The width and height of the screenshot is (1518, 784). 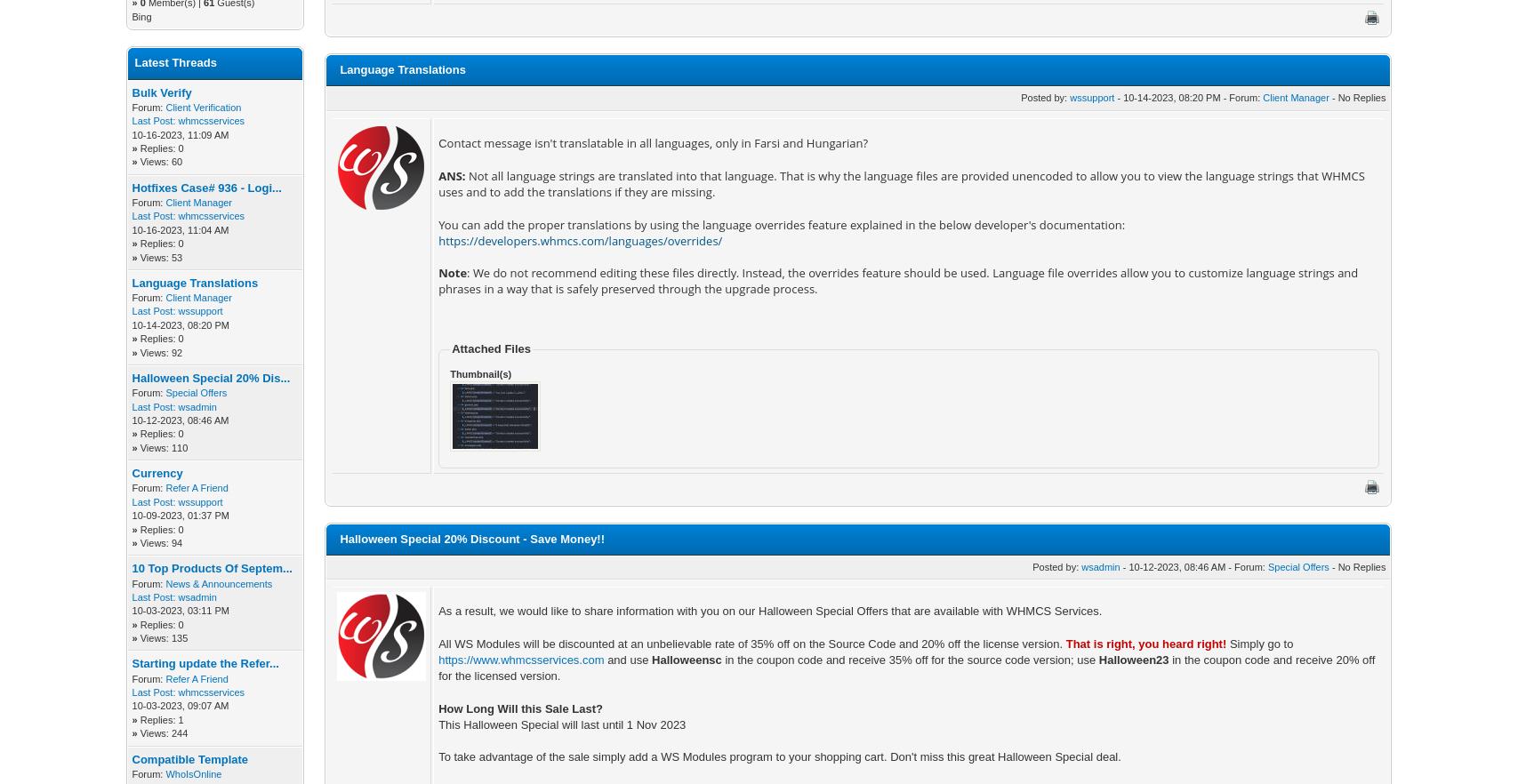 What do you see at coordinates (905, 667) in the screenshot?
I see `'in the coupon code and receive 20% off for the licensed version.'` at bounding box center [905, 667].